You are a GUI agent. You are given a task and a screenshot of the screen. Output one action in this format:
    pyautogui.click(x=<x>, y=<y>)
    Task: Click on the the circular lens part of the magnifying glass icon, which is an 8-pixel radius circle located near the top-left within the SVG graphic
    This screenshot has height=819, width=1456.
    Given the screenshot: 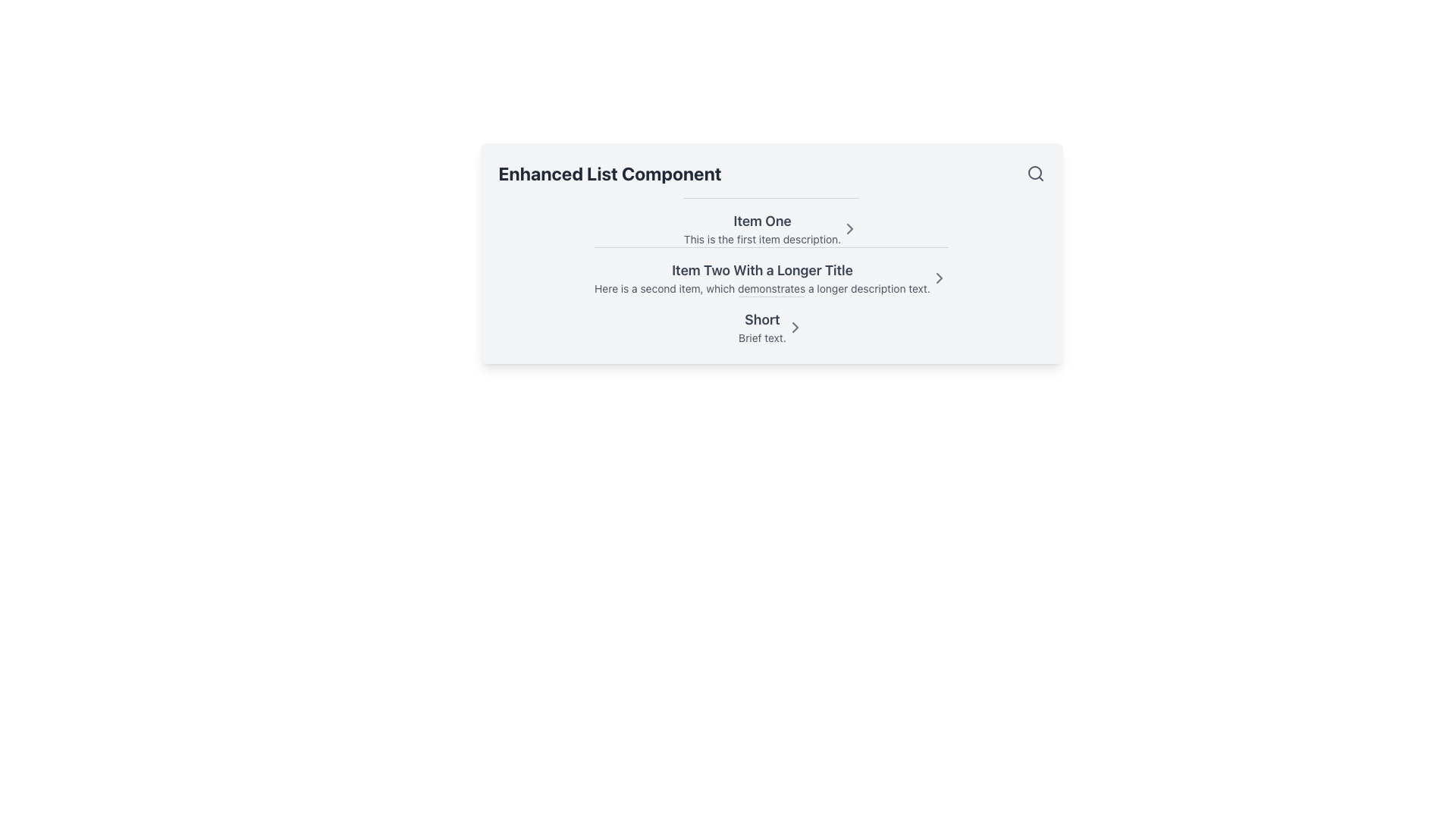 What is the action you would take?
    pyautogui.click(x=1034, y=171)
    